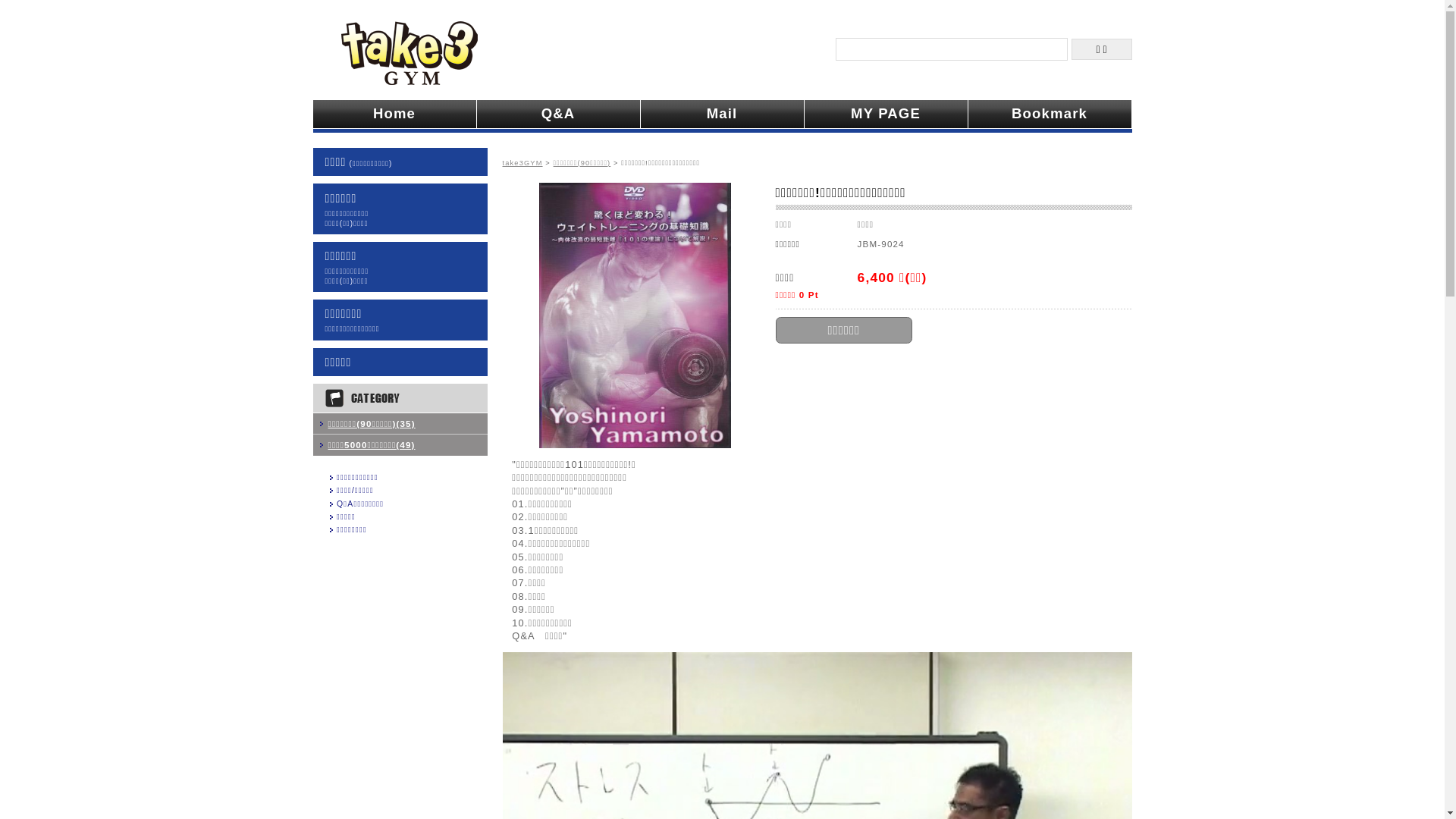  I want to click on 'Mail', so click(720, 113).